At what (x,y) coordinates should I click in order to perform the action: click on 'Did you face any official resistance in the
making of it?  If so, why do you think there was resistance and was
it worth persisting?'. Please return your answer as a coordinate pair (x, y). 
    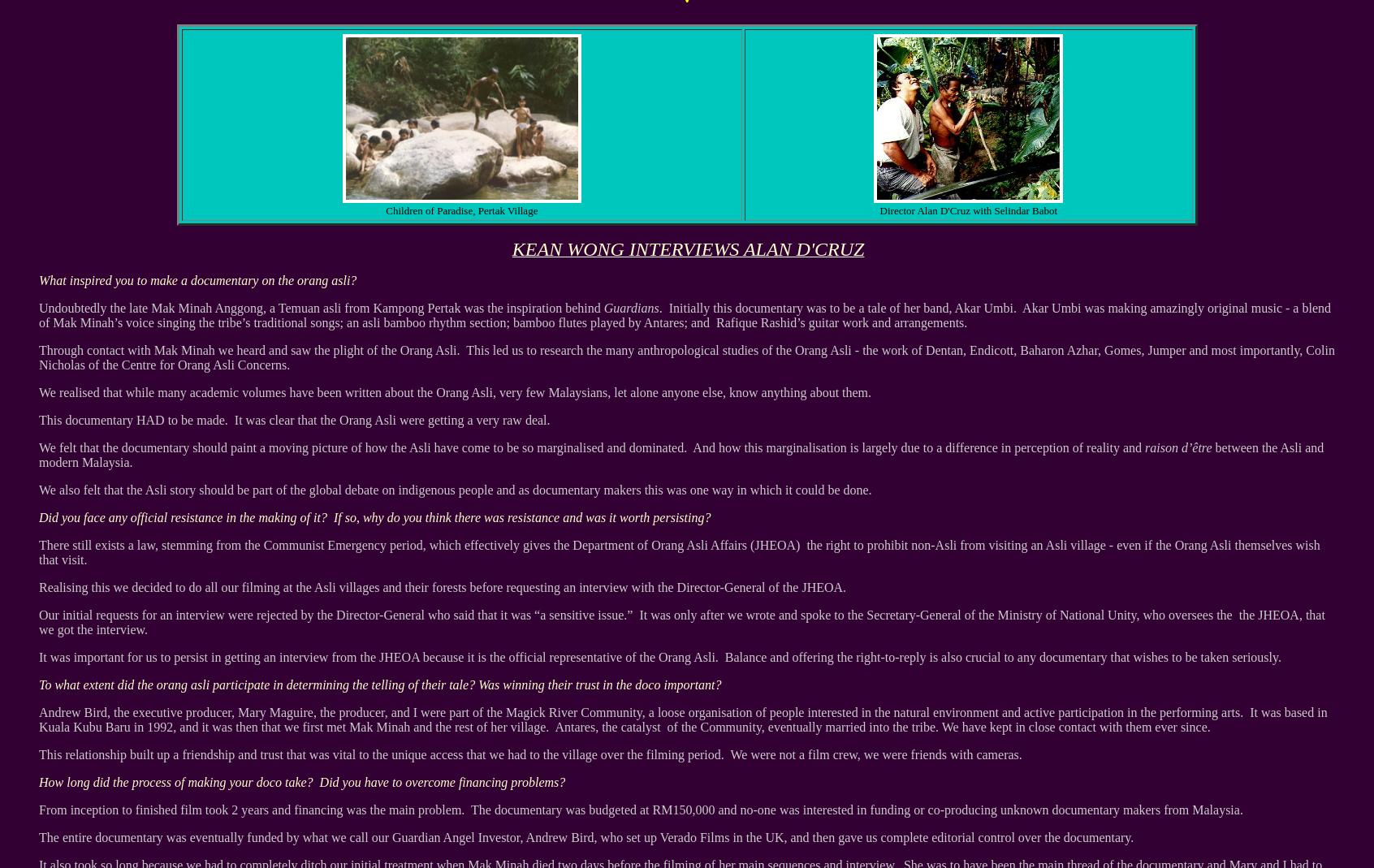
    Looking at the image, I should click on (374, 517).